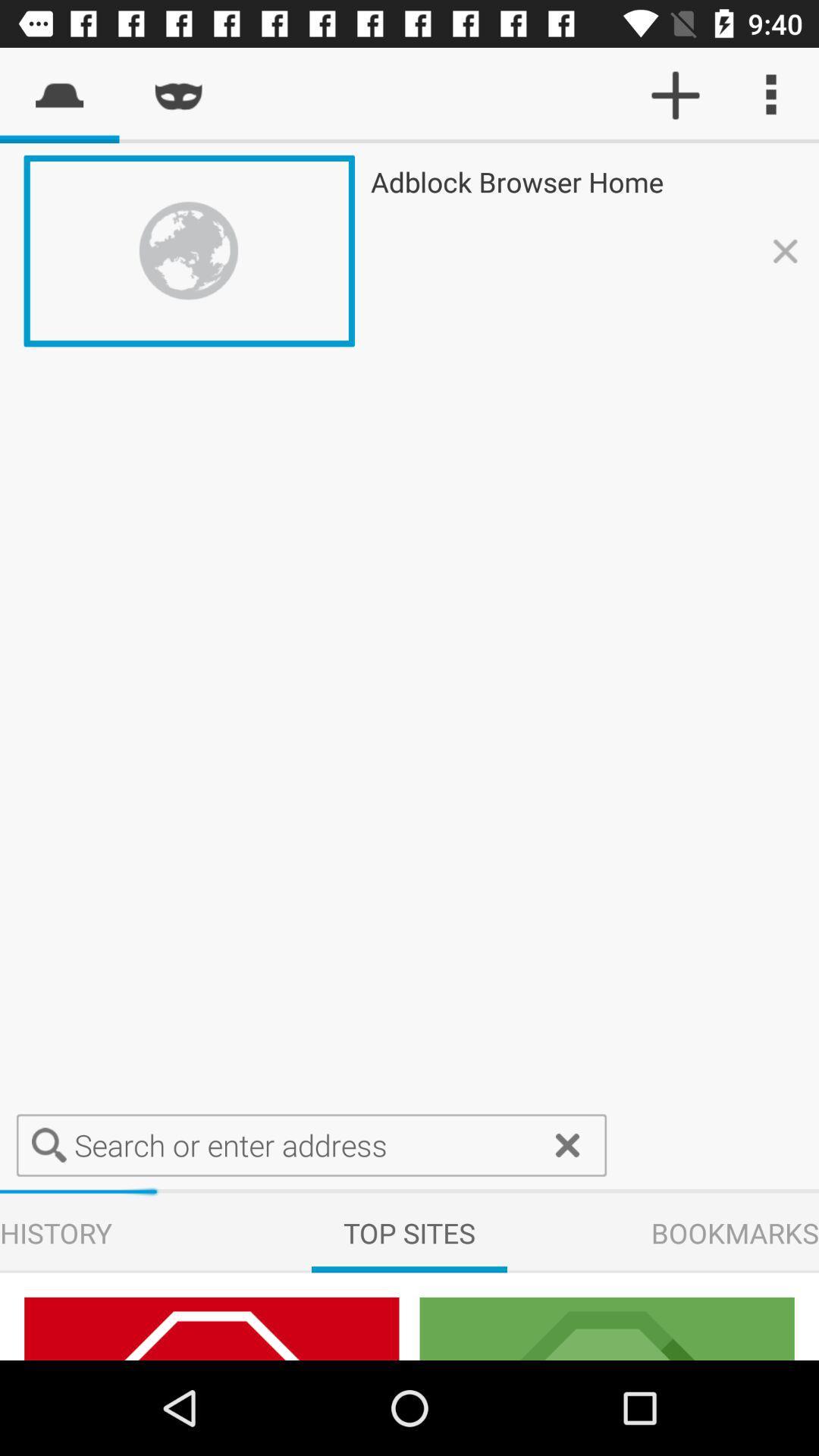 Image resolution: width=819 pixels, height=1456 pixels. I want to click on the second symbol on the top from the left, so click(178, 94).